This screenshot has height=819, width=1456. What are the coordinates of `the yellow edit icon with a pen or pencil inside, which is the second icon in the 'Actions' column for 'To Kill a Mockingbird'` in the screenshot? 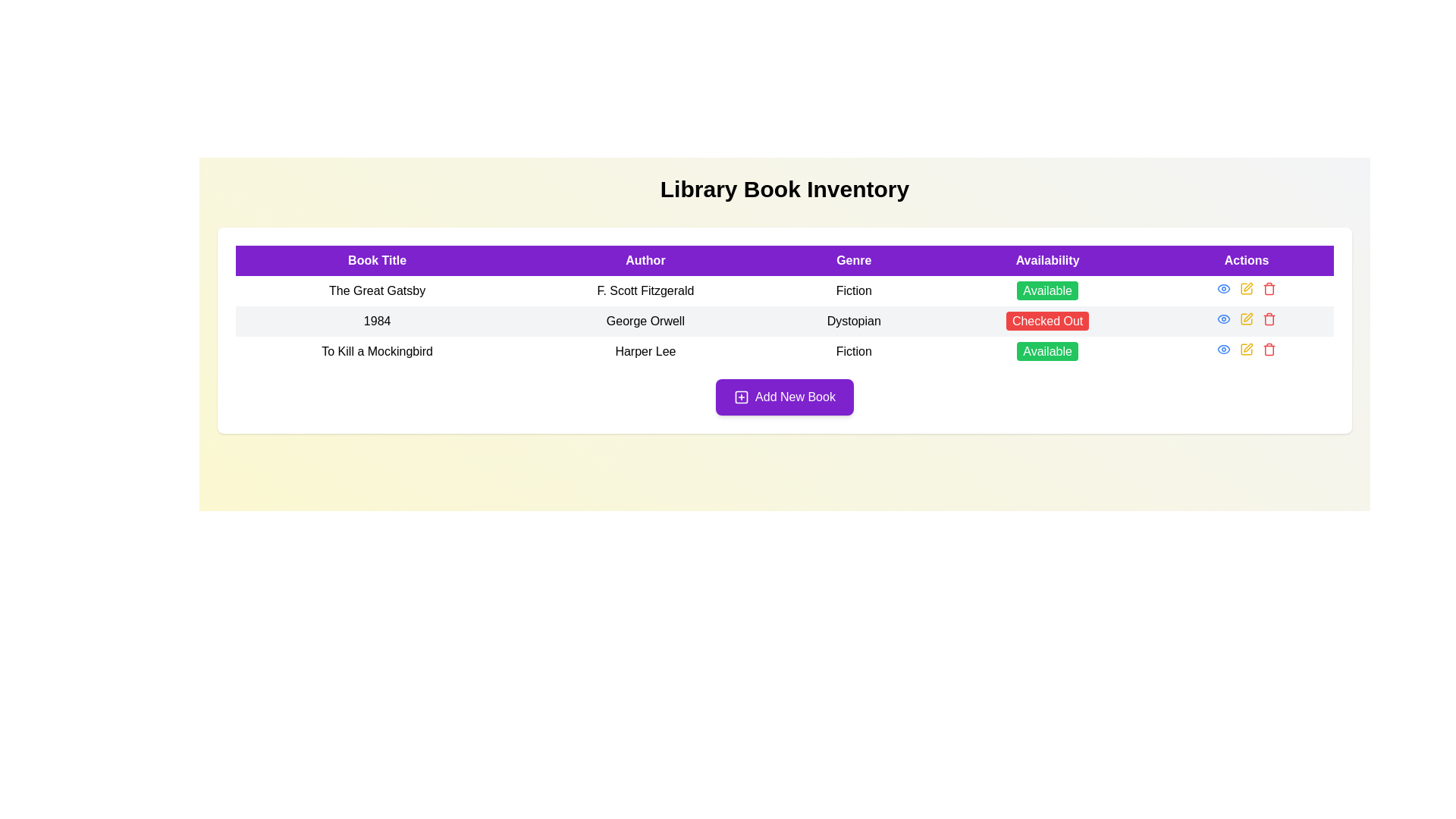 It's located at (1247, 350).